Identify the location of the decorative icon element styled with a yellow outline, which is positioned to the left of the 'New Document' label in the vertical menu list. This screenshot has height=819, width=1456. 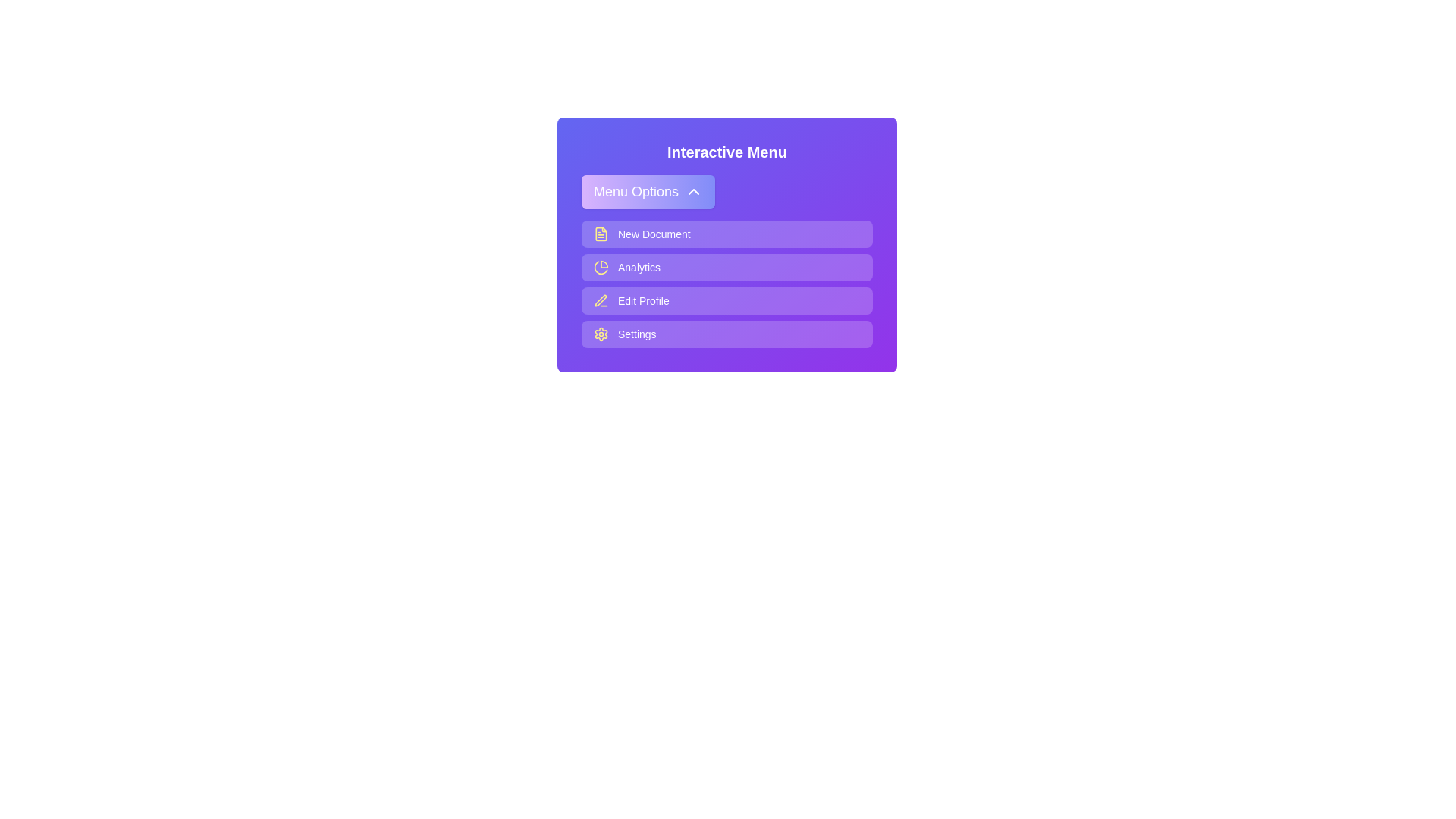
(600, 234).